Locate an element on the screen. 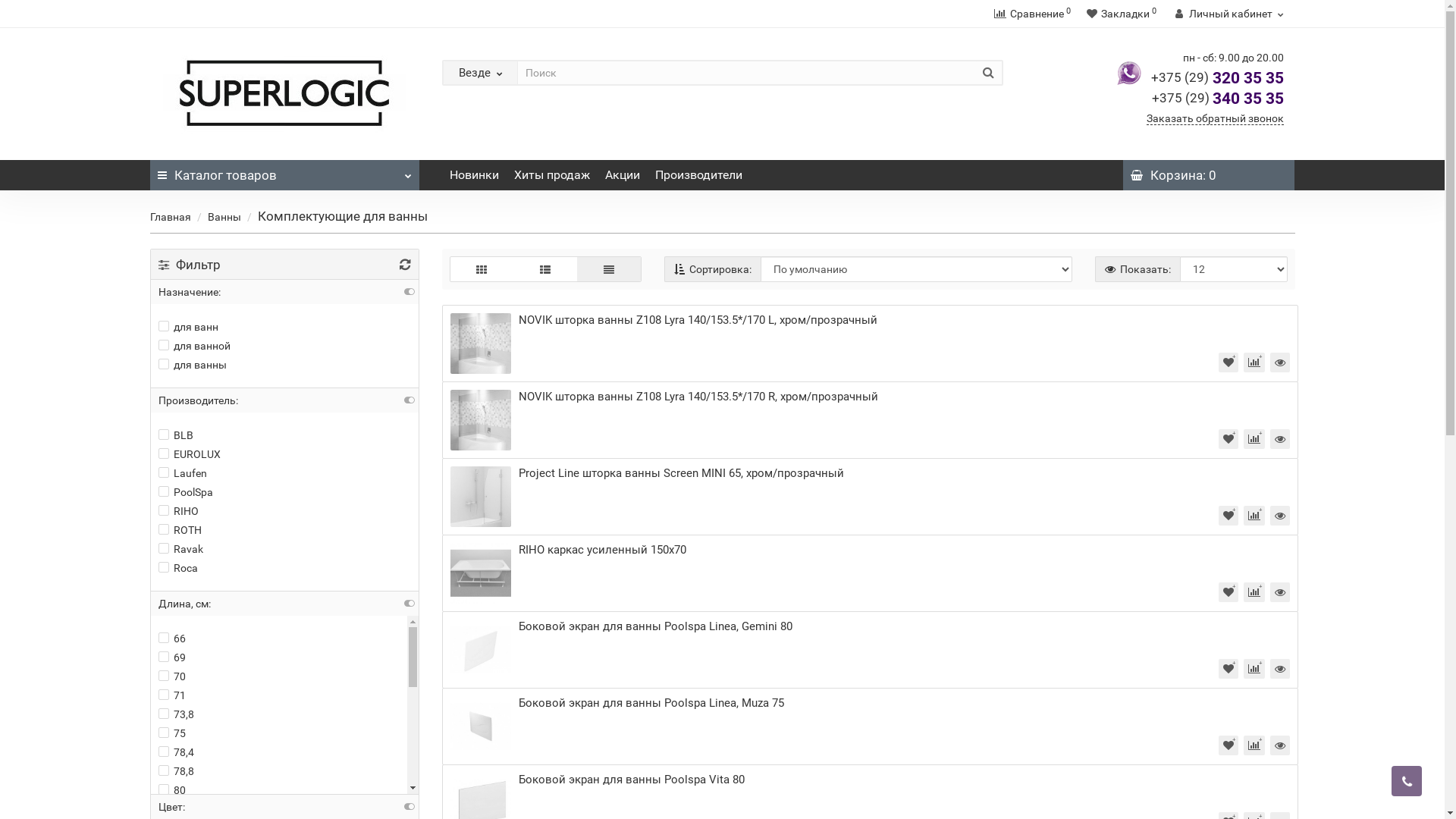 This screenshot has width=1456, height=819. '+375 (29) 340 35 35' is located at coordinates (1150, 99).